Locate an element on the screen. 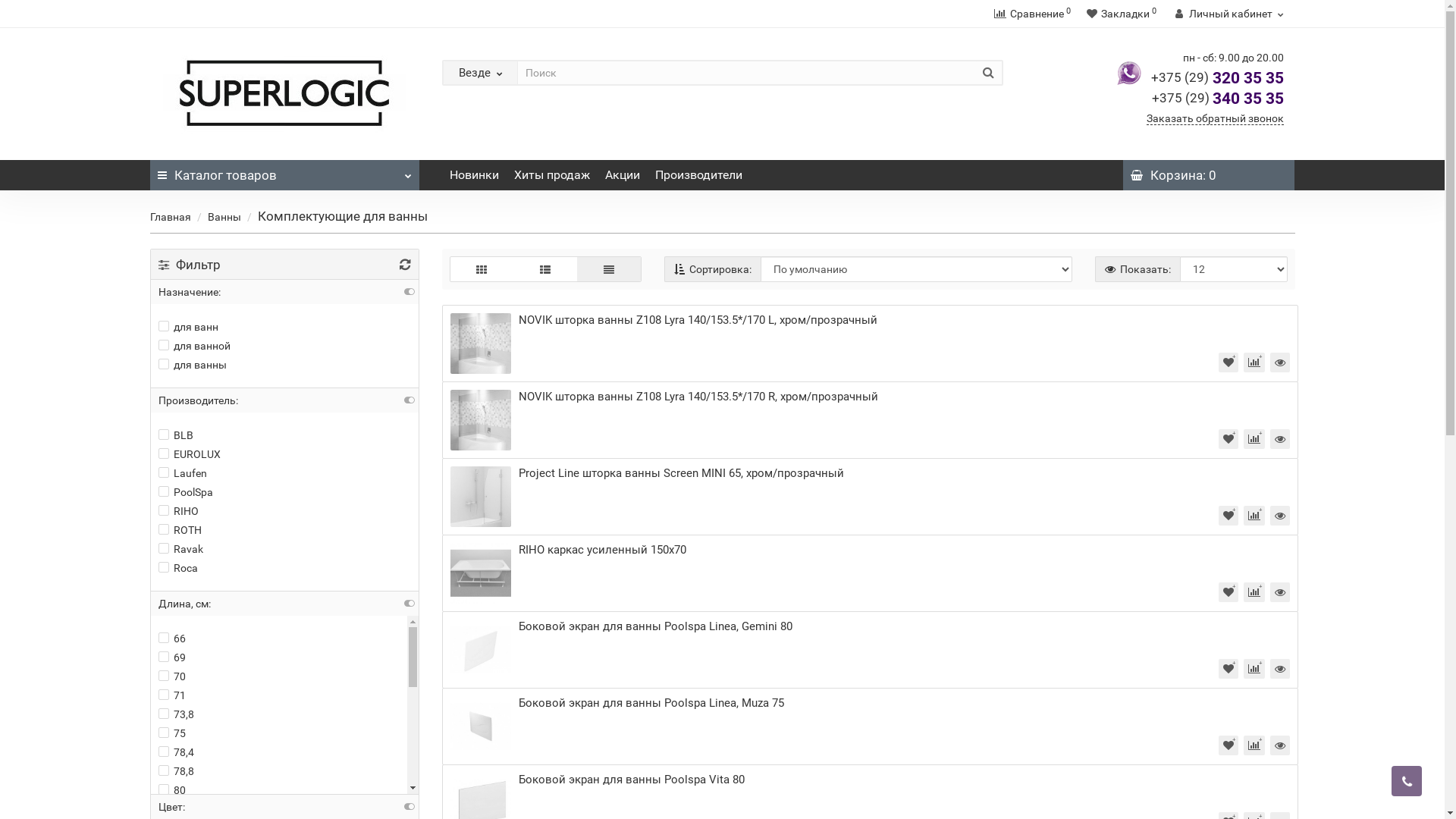 This screenshot has width=1456, height=819. '+375 (29) 340 35 35' is located at coordinates (1150, 99).